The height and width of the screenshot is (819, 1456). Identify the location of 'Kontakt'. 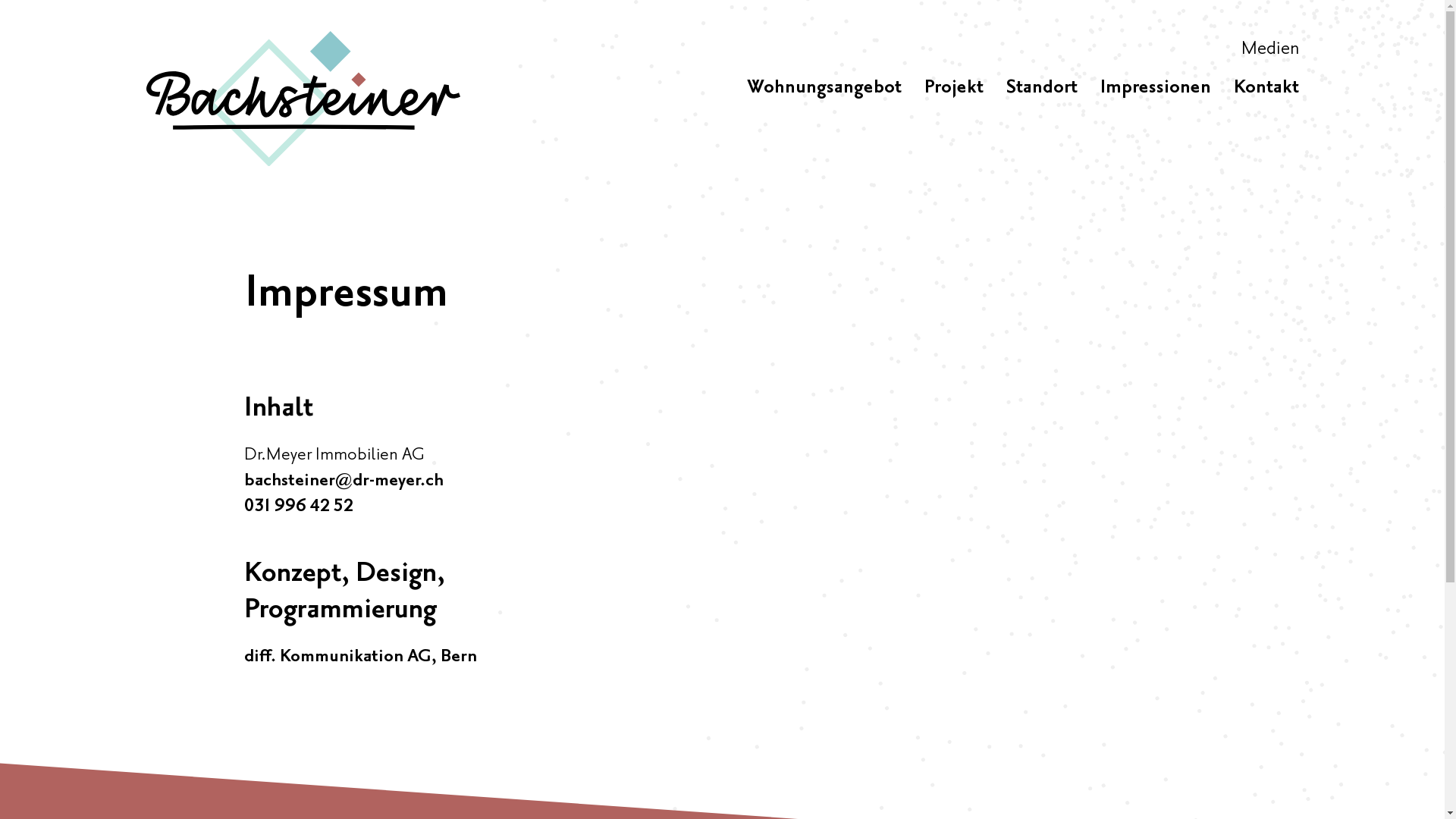
(1266, 87).